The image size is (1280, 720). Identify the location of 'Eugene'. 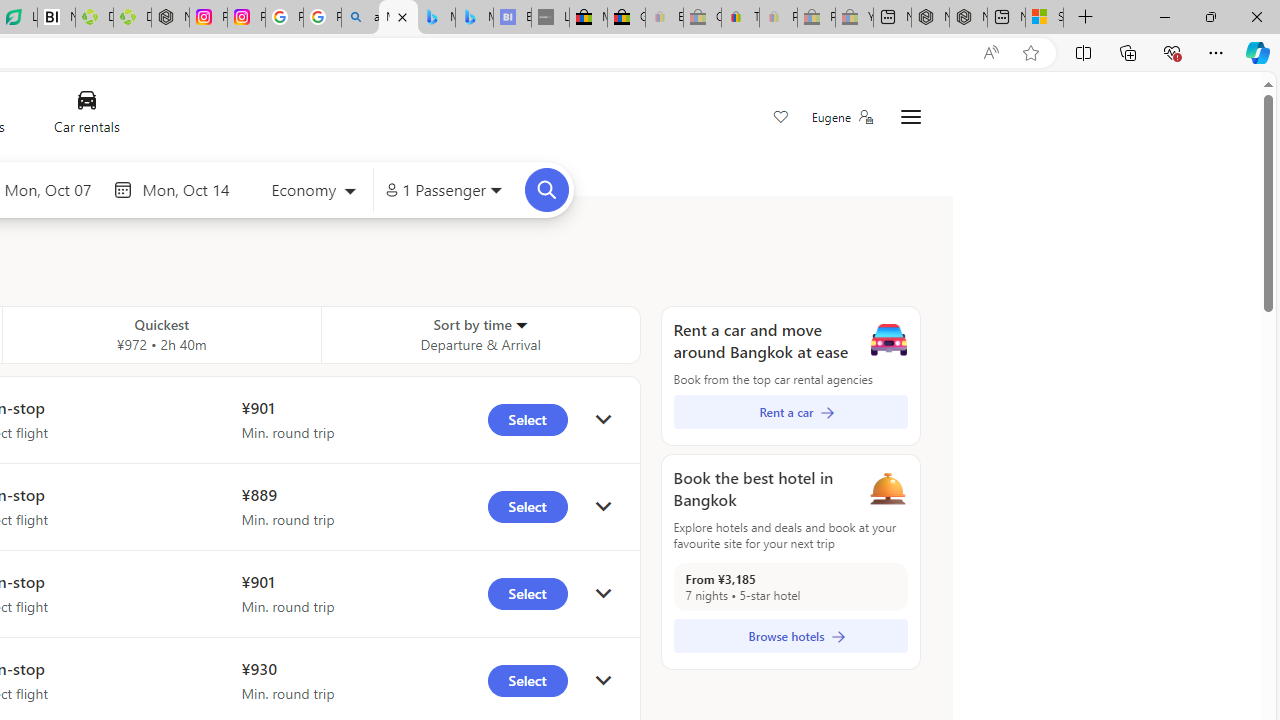
(841, 117).